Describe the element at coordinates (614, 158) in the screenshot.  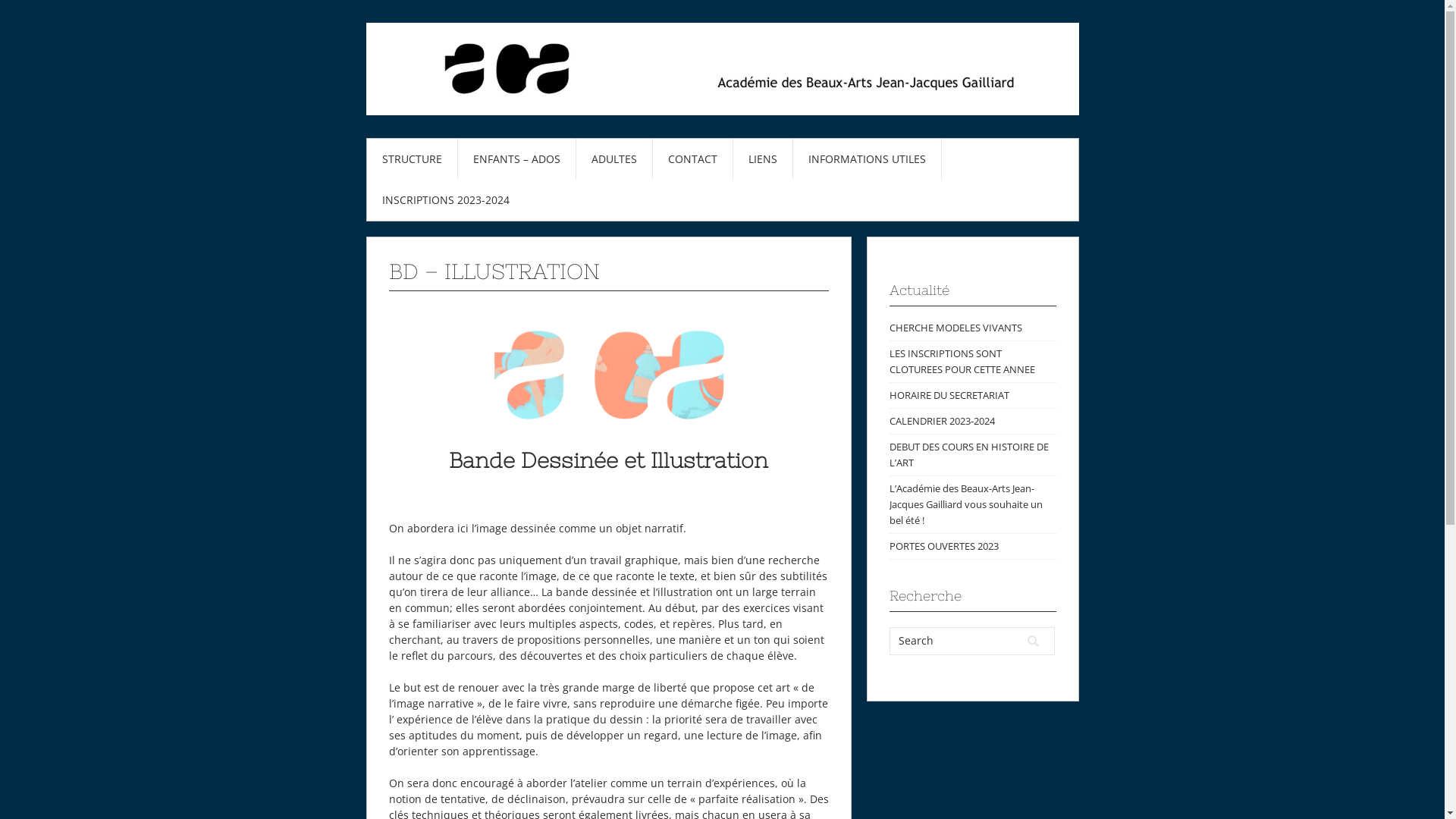
I see `'ADULTES'` at that location.